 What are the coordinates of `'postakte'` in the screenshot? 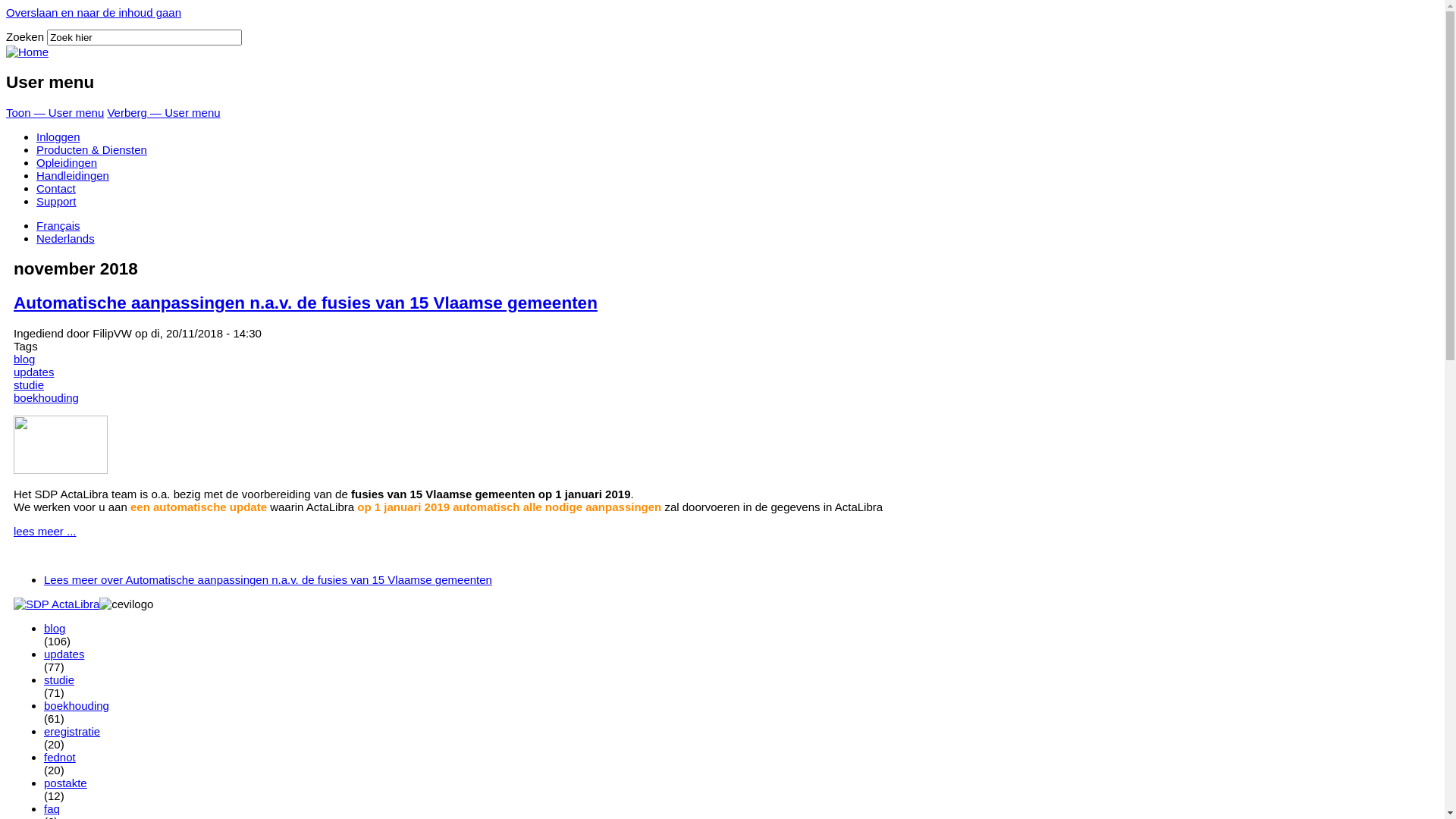 It's located at (64, 783).